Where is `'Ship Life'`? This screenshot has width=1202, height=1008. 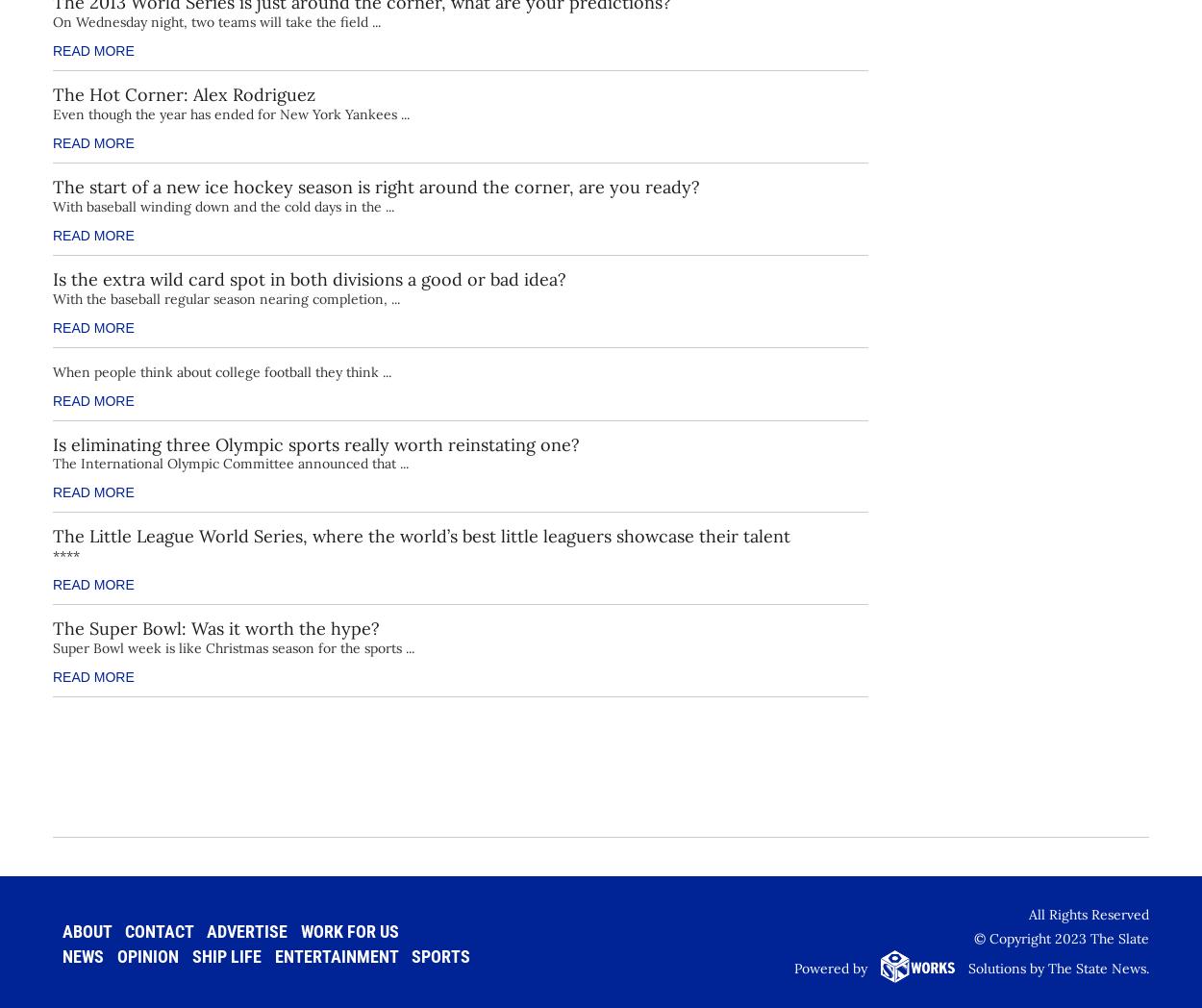
'Ship Life' is located at coordinates (226, 954).